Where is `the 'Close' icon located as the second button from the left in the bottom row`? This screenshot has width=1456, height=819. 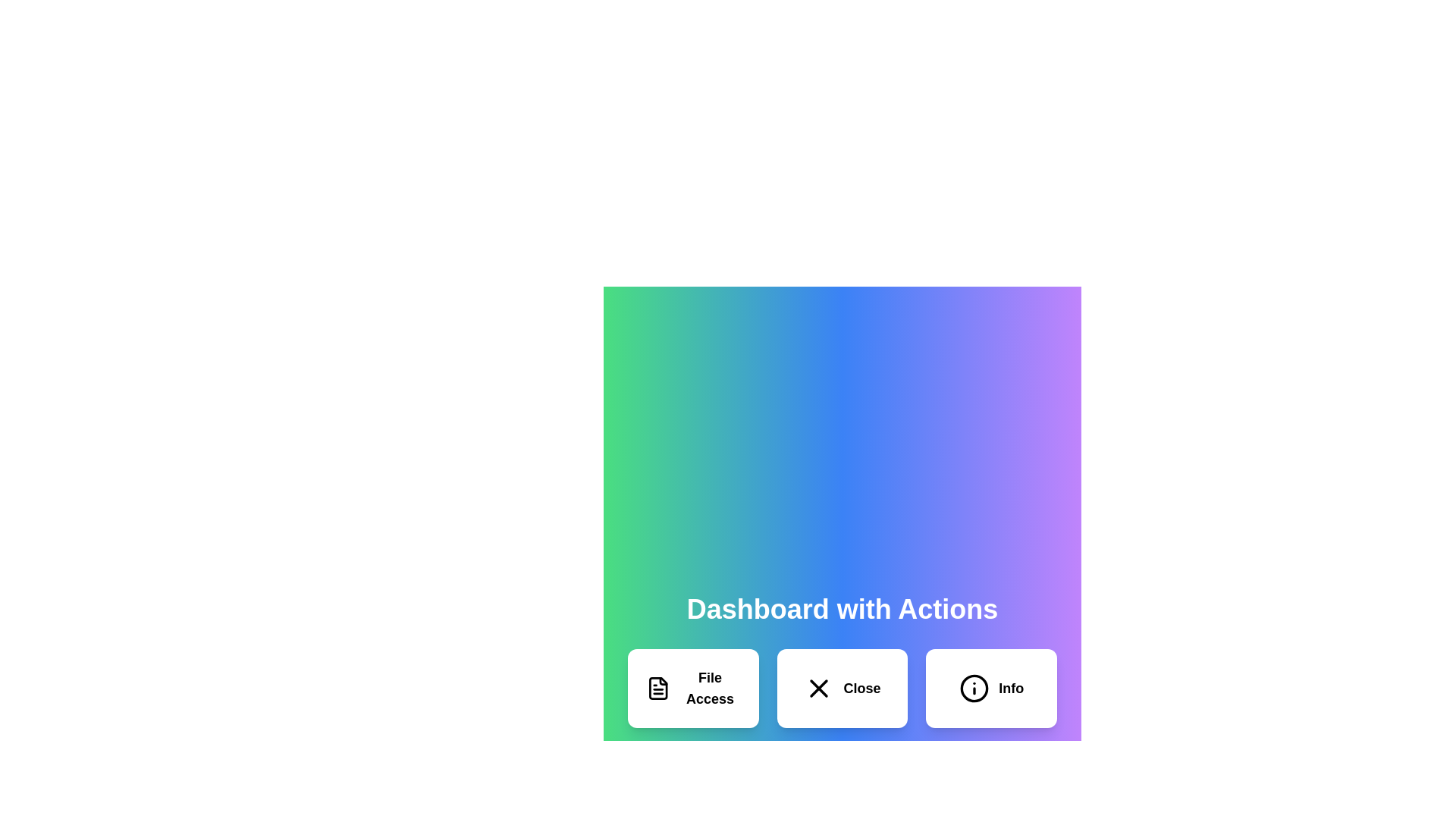
the 'Close' icon located as the second button from the left in the bottom row is located at coordinates (818, 688).